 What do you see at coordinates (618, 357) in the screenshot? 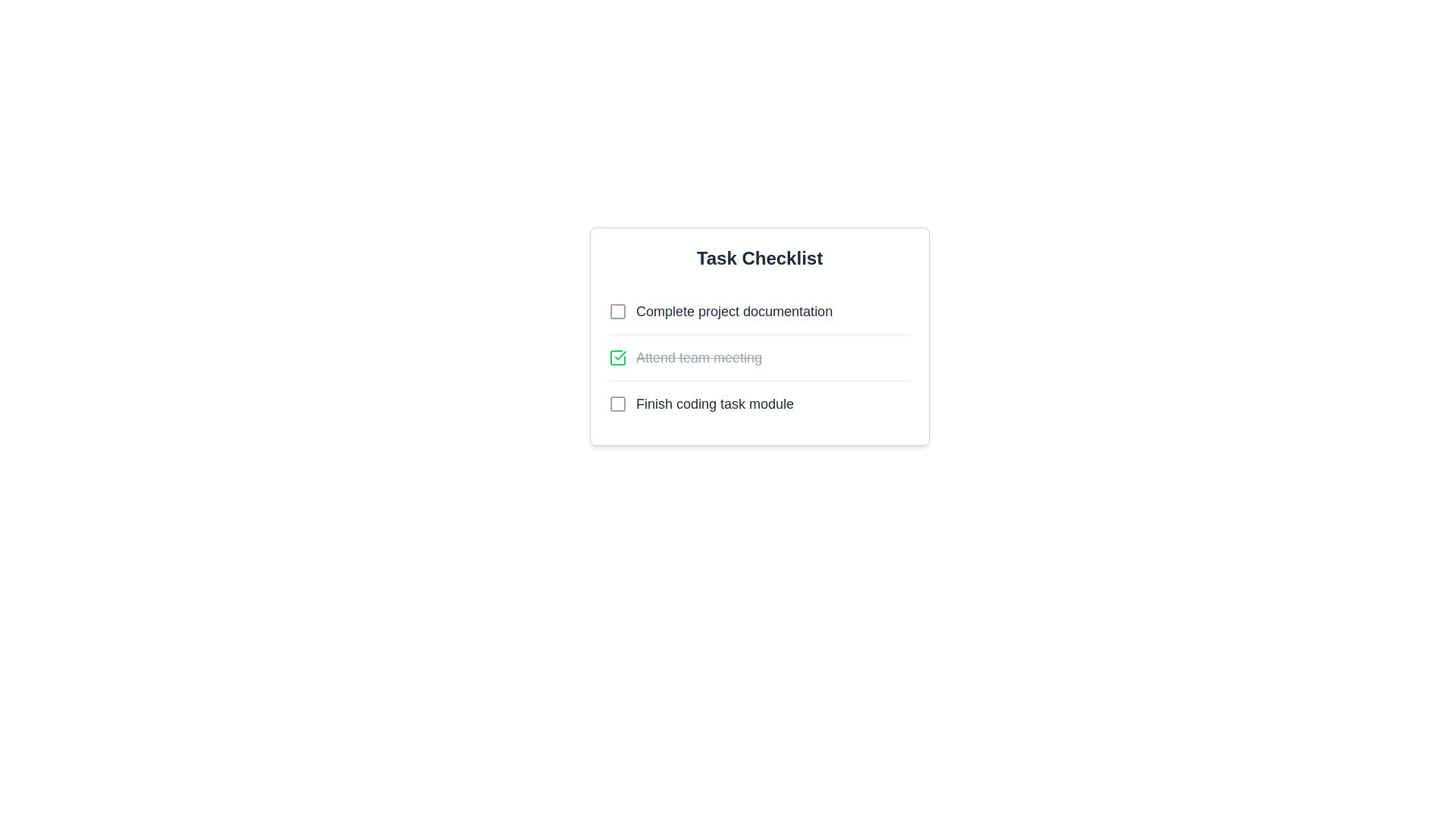
I see `the green checkbox with a check mark adjacent to 'Attend team meeting', which is the second item in the checklist interface` at bounding box center [618, 357].